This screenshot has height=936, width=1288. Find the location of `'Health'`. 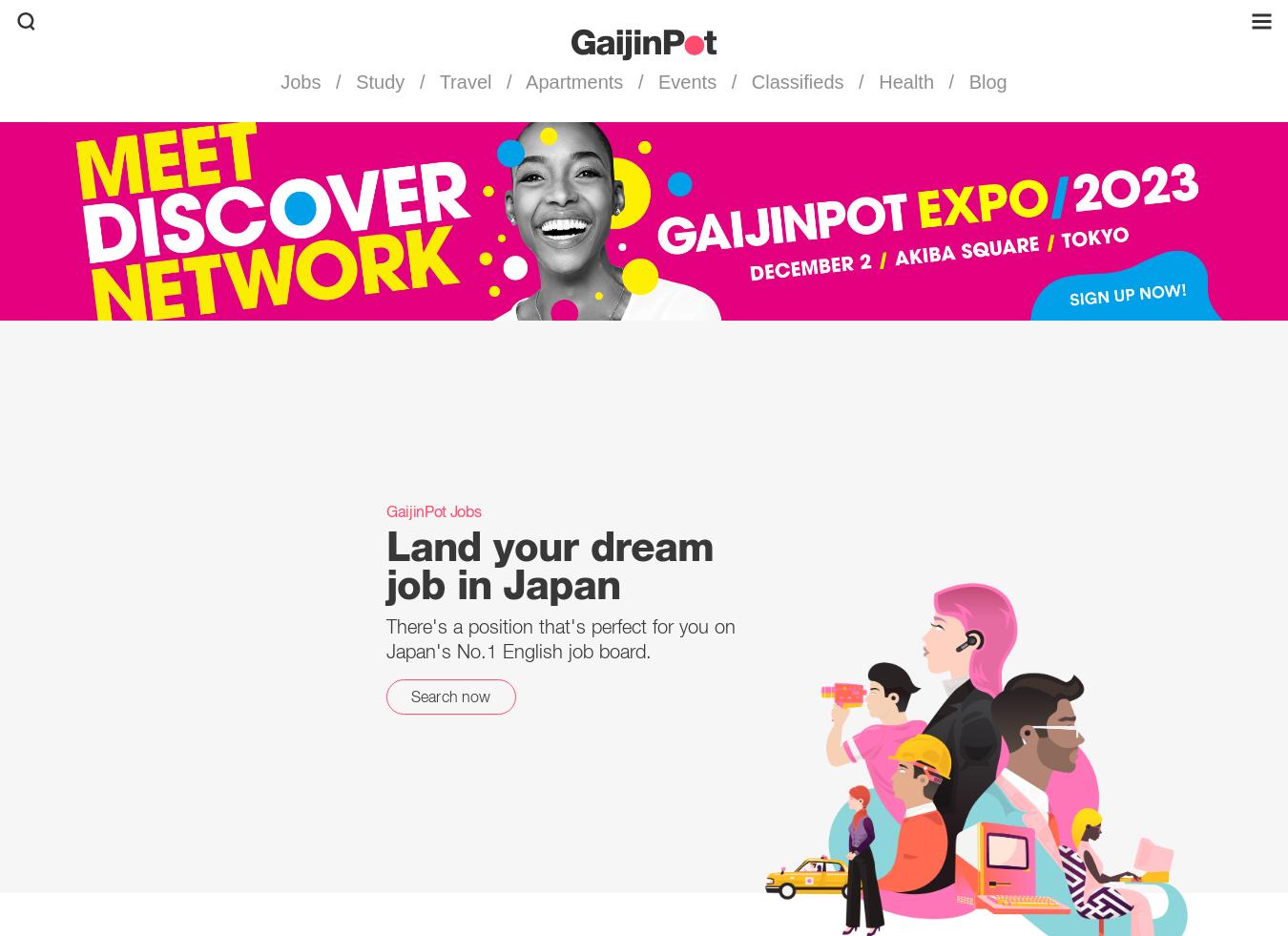

'Health' is located at coordinates (904, 81).